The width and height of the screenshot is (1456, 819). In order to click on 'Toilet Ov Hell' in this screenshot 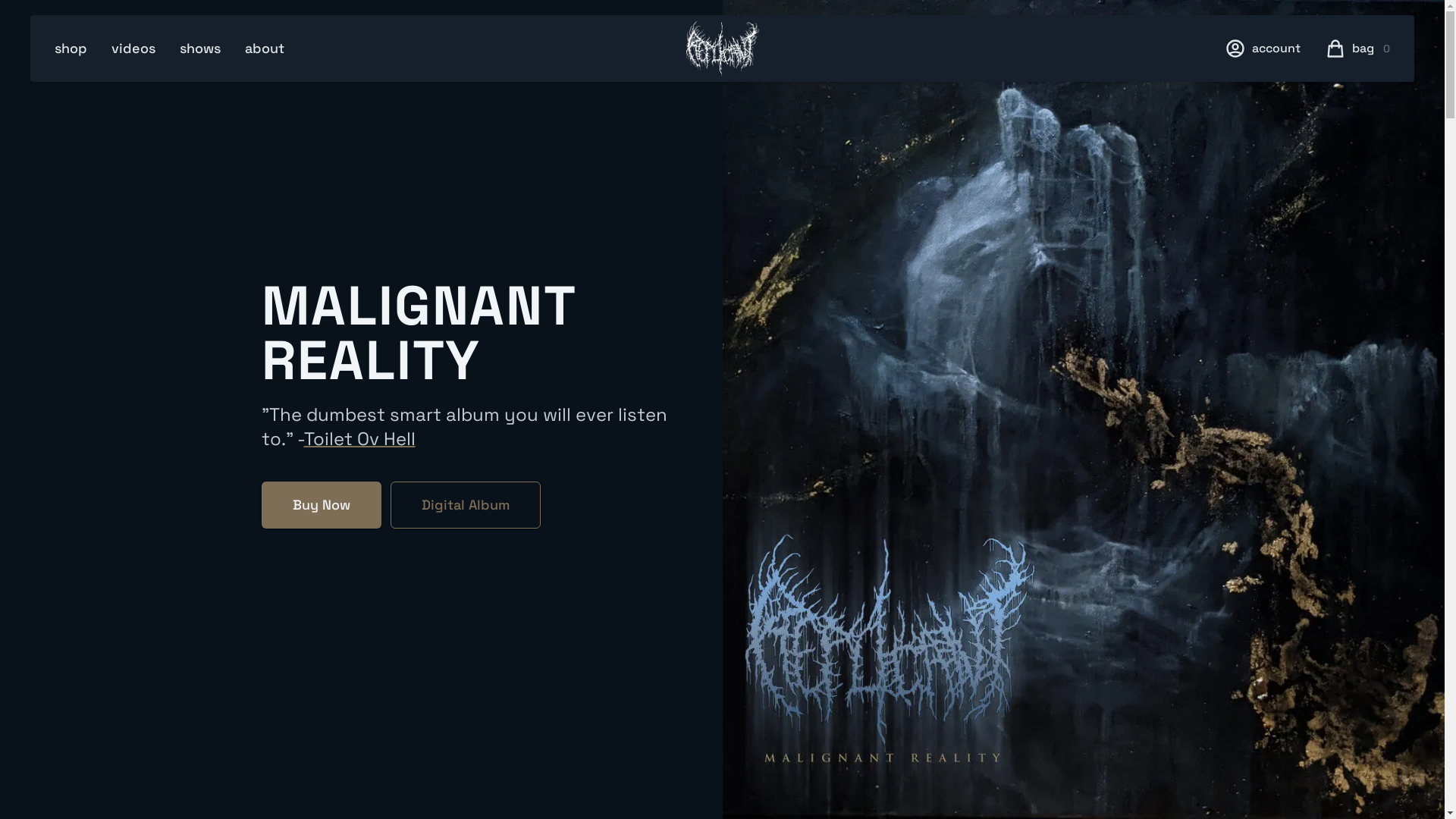, I will do `click(358, 438)`.